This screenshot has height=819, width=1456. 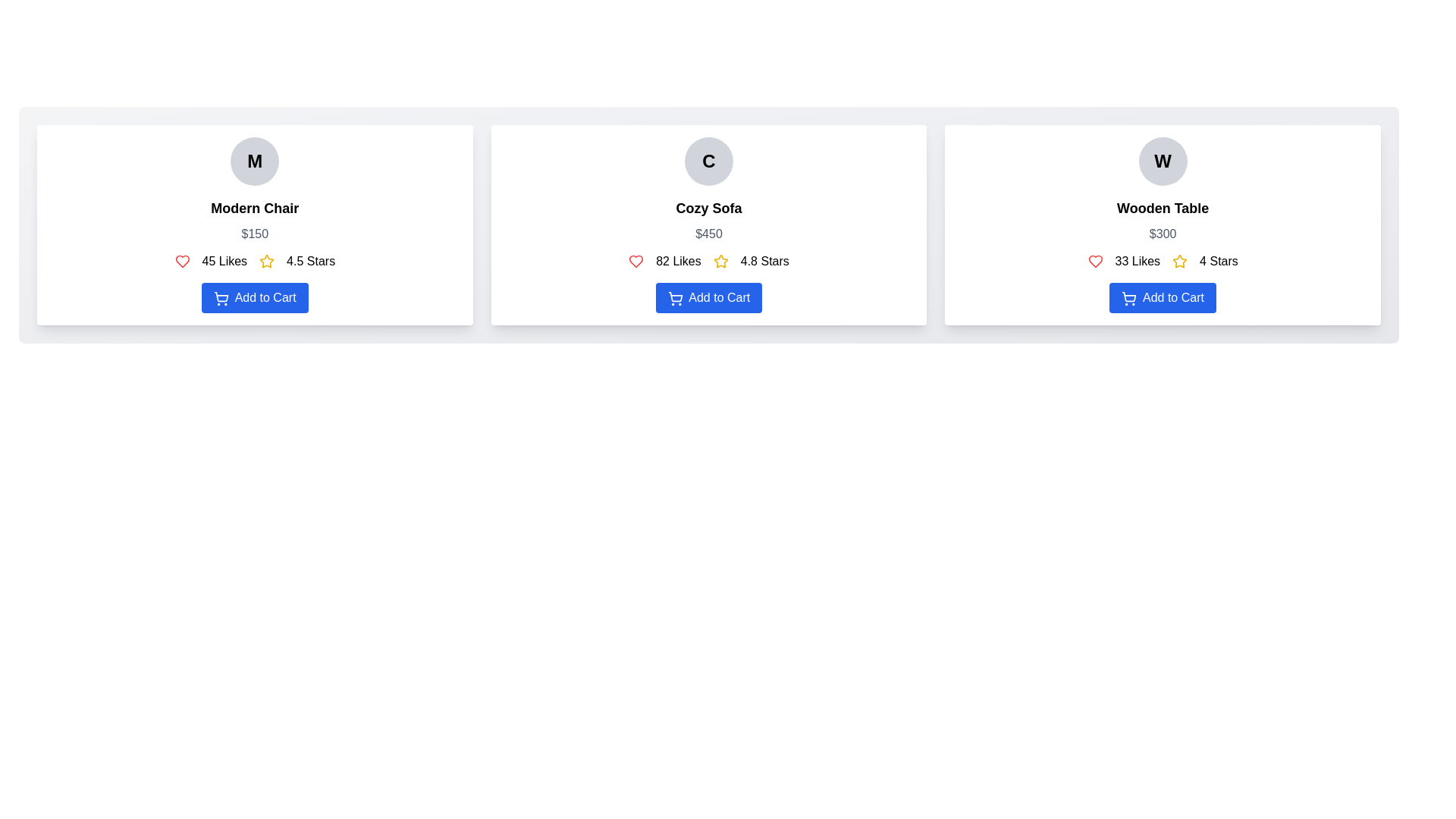 I want to click on the visual state of the heart-shaped icon representing 'like' or 'favorite' action located below the product name and price in the second product card for 'Cozy Sofa', aligned next to '82 Likes', so click(x=636, y=260).